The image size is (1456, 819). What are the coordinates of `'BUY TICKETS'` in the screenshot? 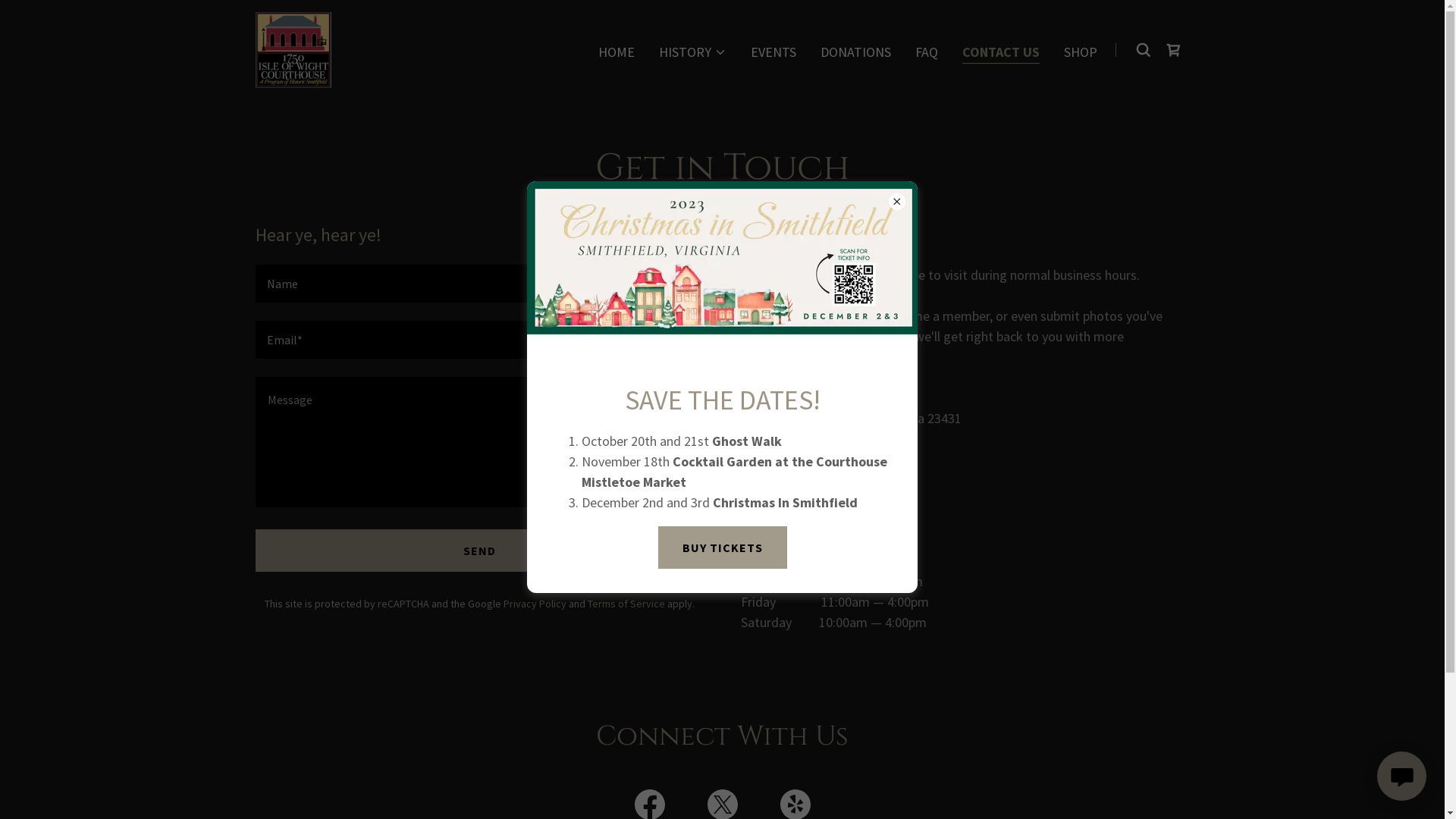 It's located at (722, 547).